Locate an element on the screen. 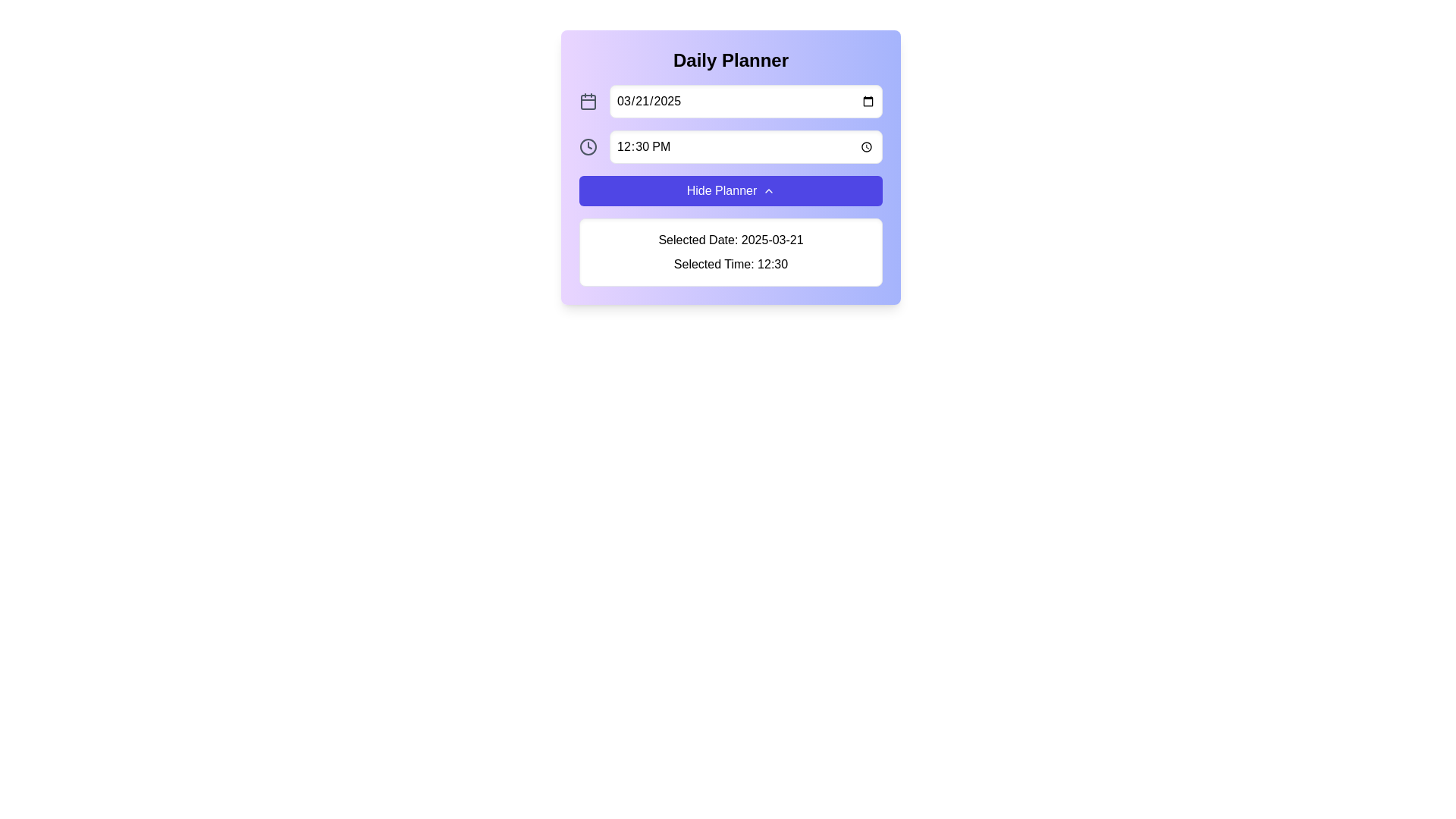  the rectangular icon element within the first calendar icon in the Date input field, which is to the left of the date input textbox labeled '03/21/2025' is located at coordinates (588, 102).